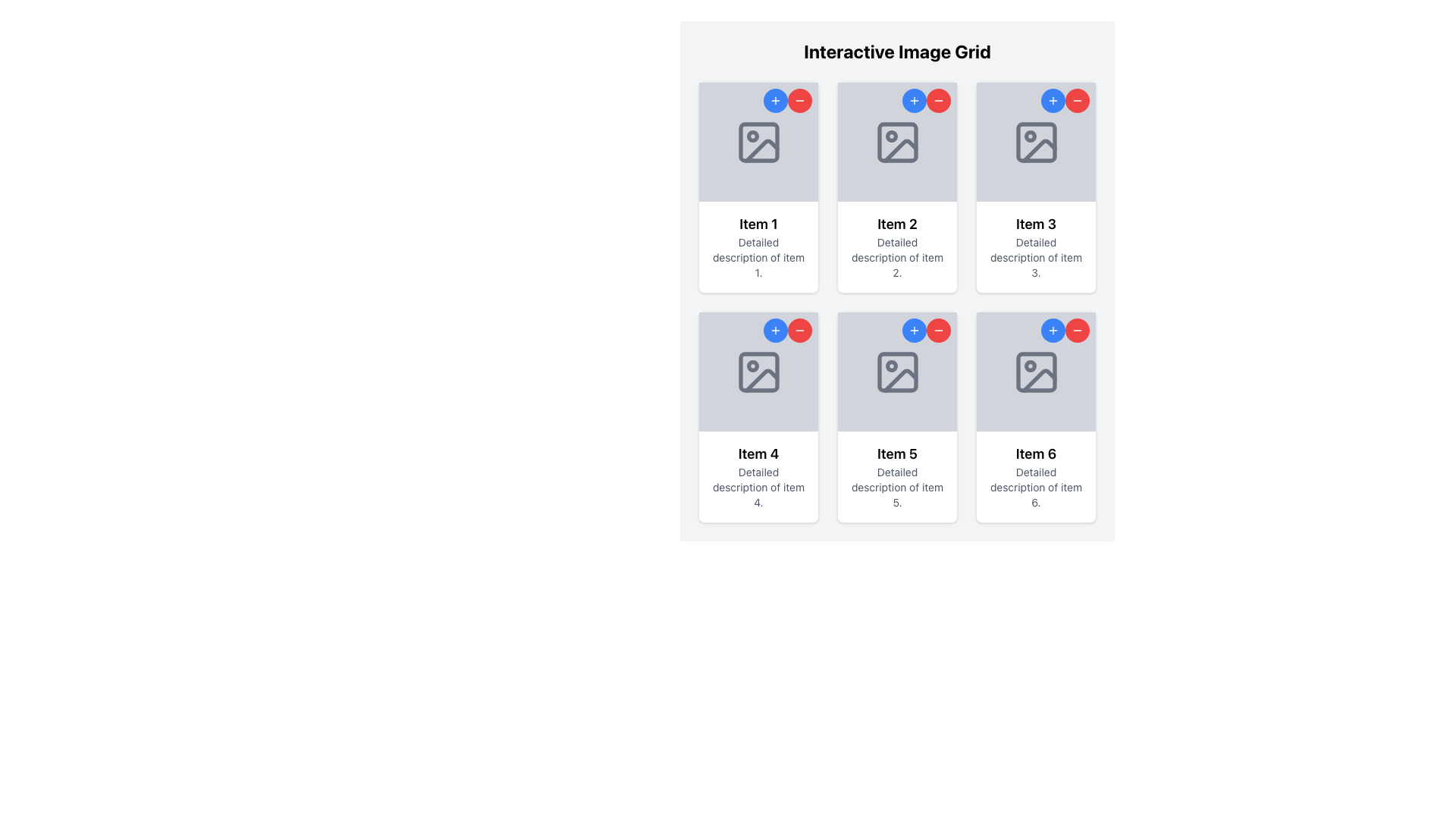 The height and width of the screenshot is (819, 1456). Describe the element at coordinates (775, 329) in the screenshot. I see `the blue circular button with a white '+' icon located in the top-right corner of the 'Item 4' card` at that location.